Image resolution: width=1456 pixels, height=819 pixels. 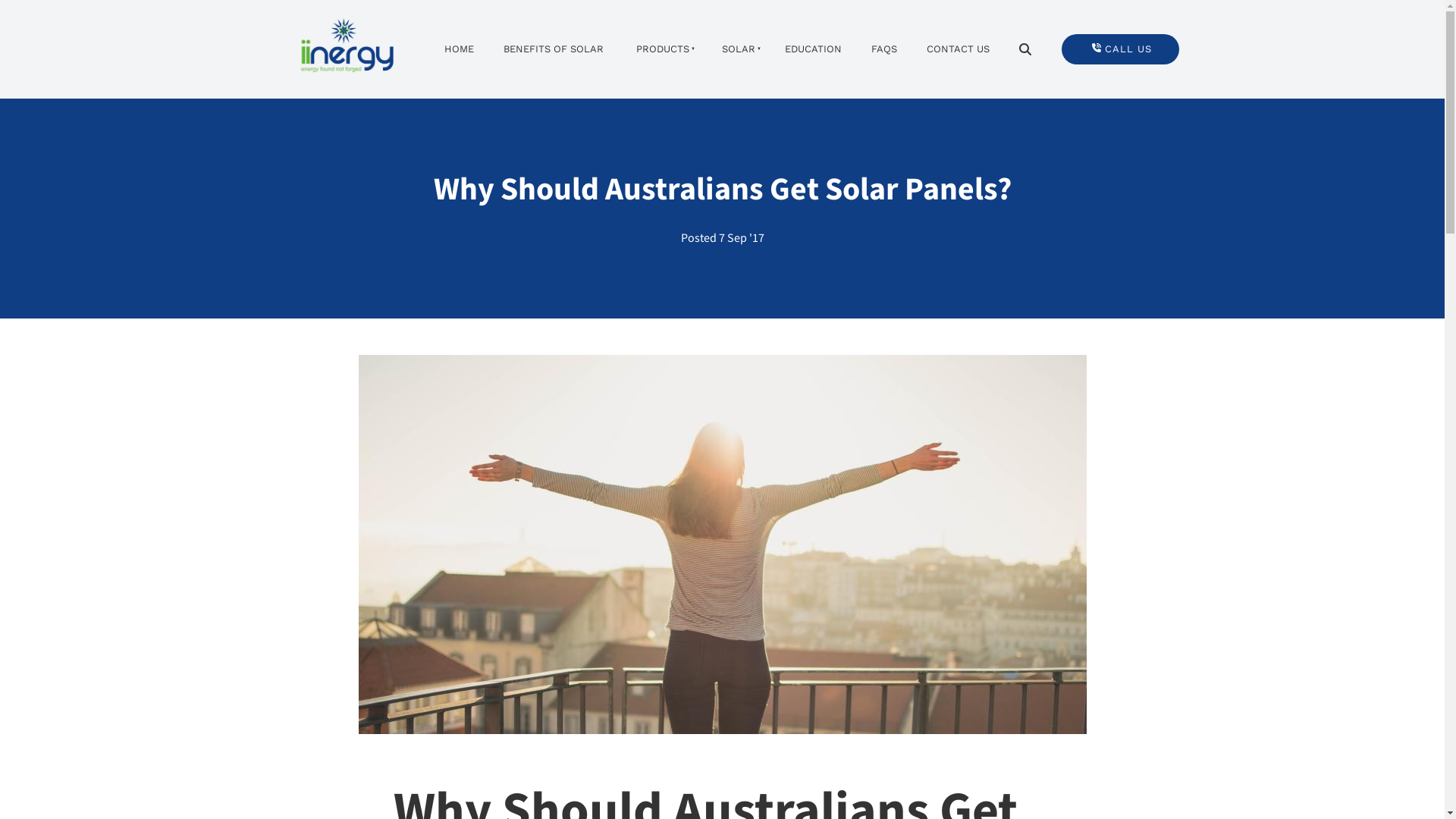 What do you see at coordinates (1061, 49) in the screenshot?
I see `'CALL US'` at bounding box center [1061, 49].